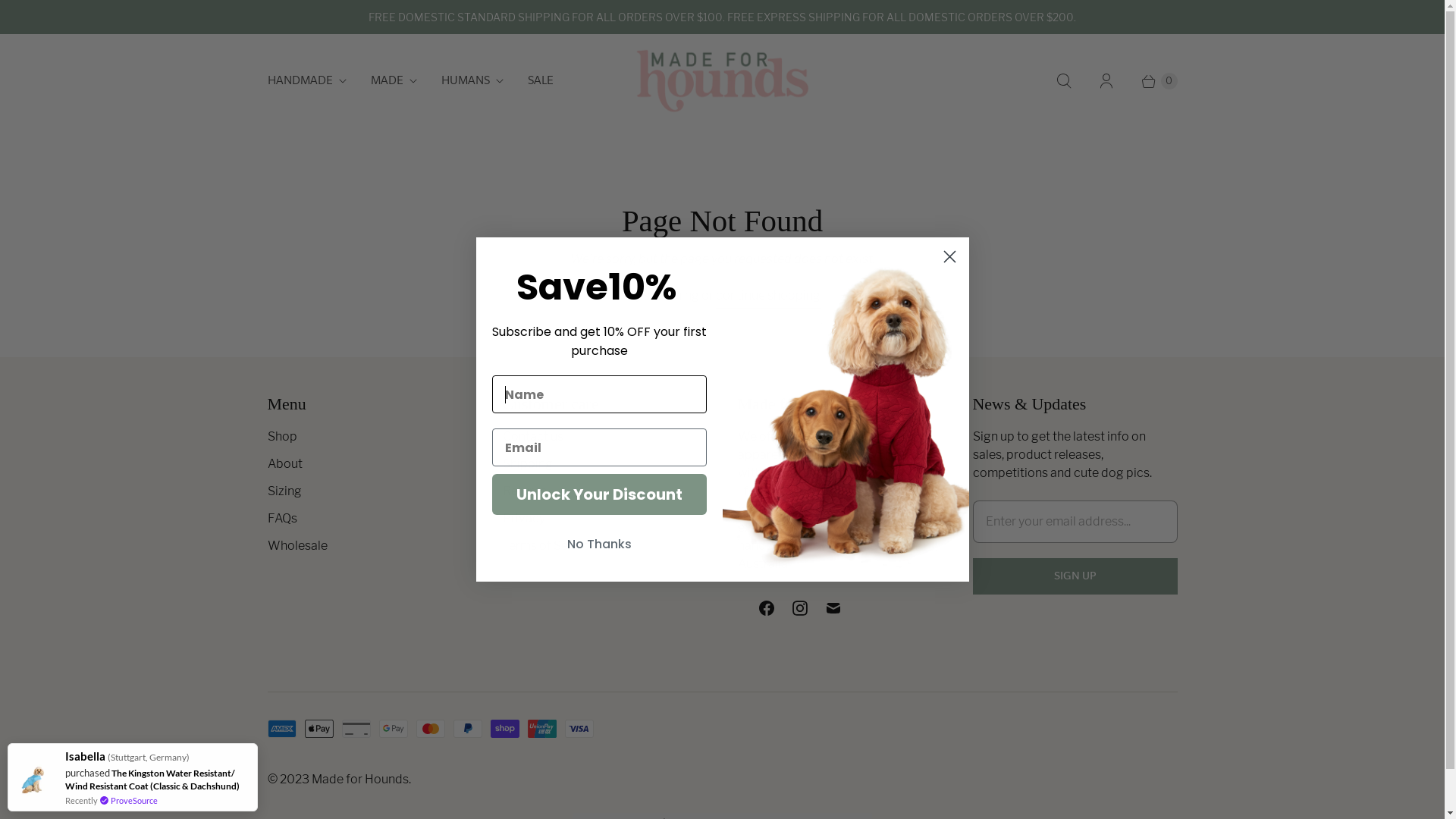 Image resolution: width=1456 pixels, height=819 pixels. Describe the element at coordinates (134, 799) in the screenshot. I see `'ProveSource'` at that location.